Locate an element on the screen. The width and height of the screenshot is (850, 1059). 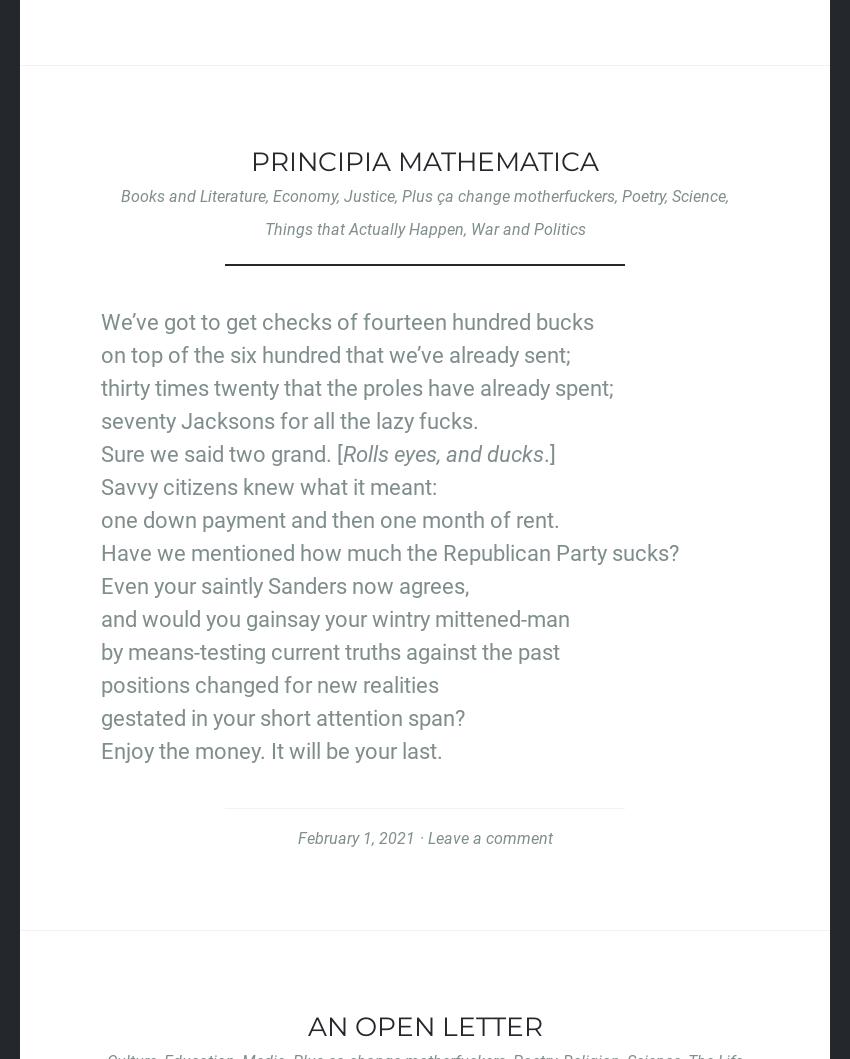
'Justice' is located at coordinates (368, 195).